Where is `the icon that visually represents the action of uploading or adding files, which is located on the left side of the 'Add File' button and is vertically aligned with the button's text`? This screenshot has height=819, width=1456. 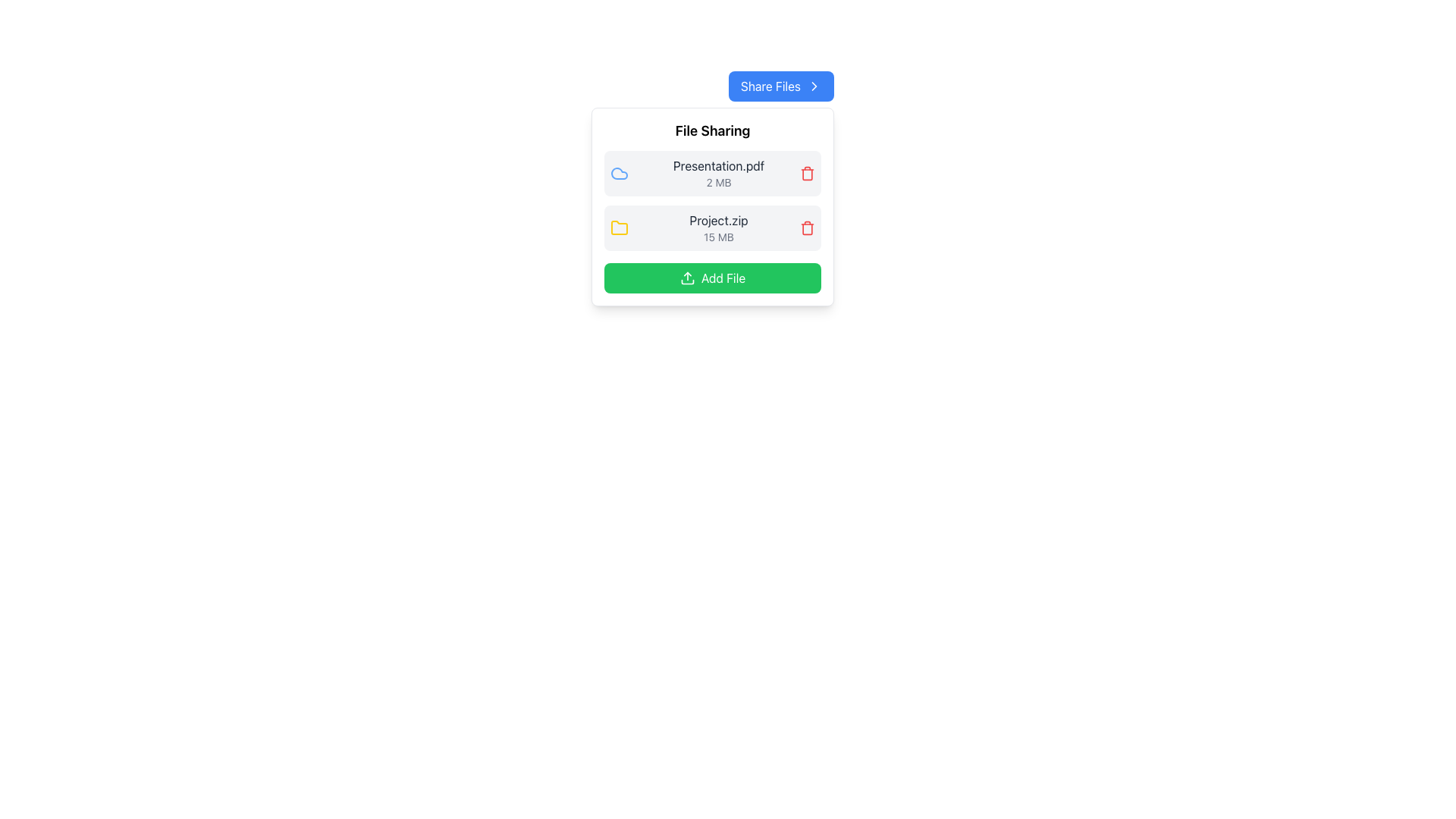
the icon that visually represents the action of uploading or adding files, which is located on the left side of the 'Add File' button and is vertically aligned with the button's text is located at coordinates (687, 278).